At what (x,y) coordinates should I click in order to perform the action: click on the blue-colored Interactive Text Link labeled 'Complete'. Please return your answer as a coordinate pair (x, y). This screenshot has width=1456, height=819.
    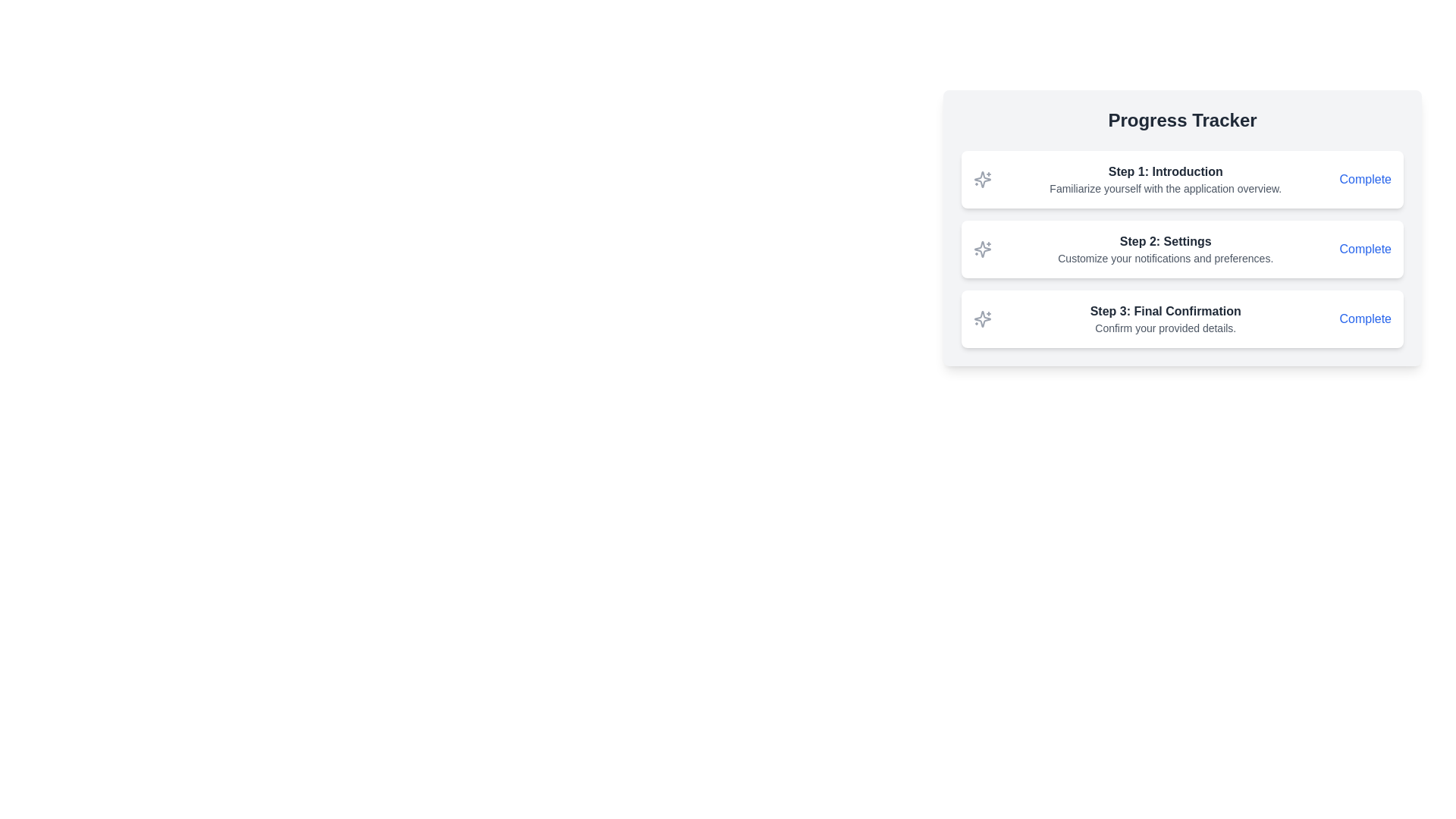
    Looking at the image, I should click on (1365, 178).